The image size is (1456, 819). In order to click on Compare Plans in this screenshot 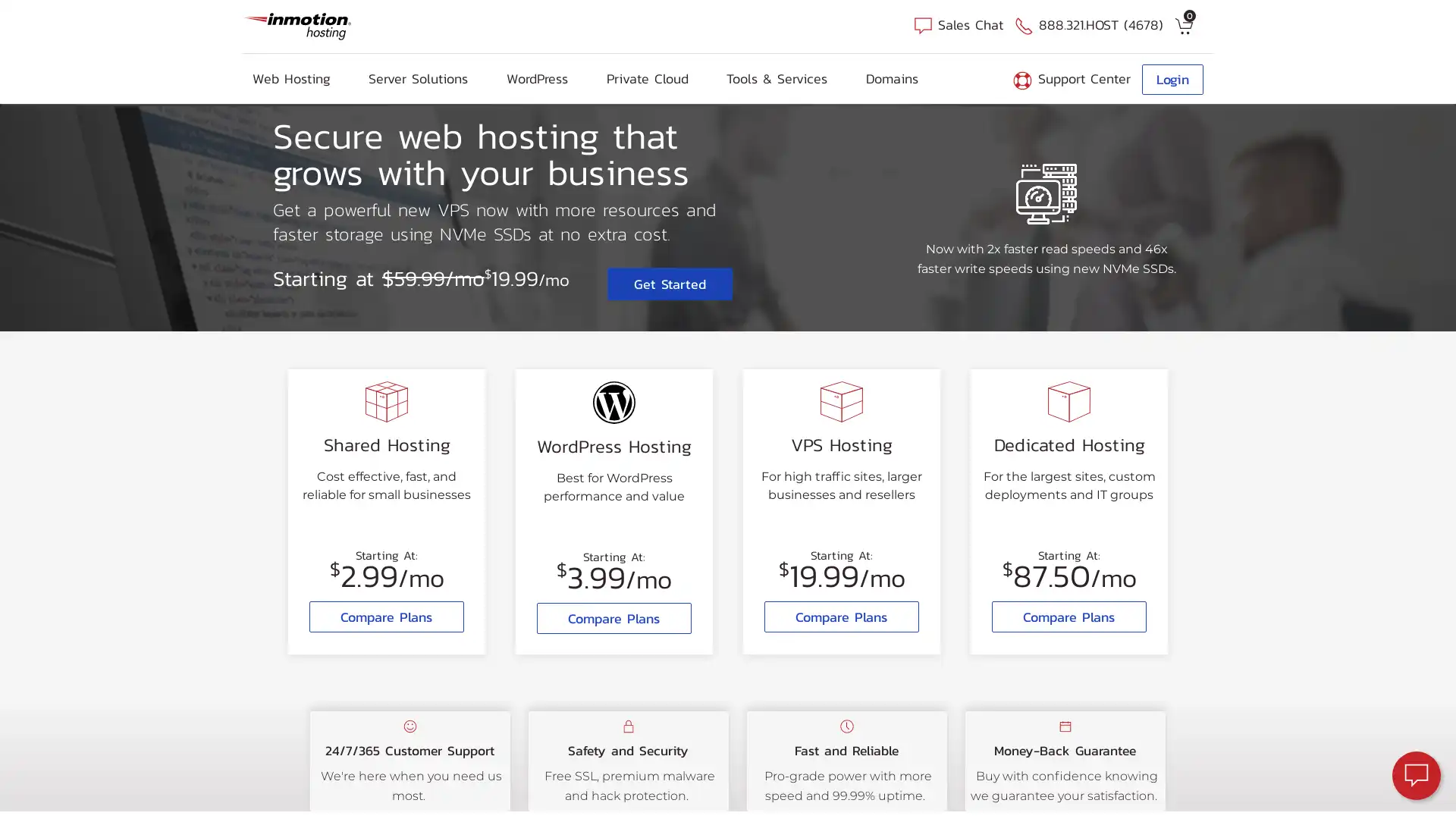, I will do `click(386, 617)`.